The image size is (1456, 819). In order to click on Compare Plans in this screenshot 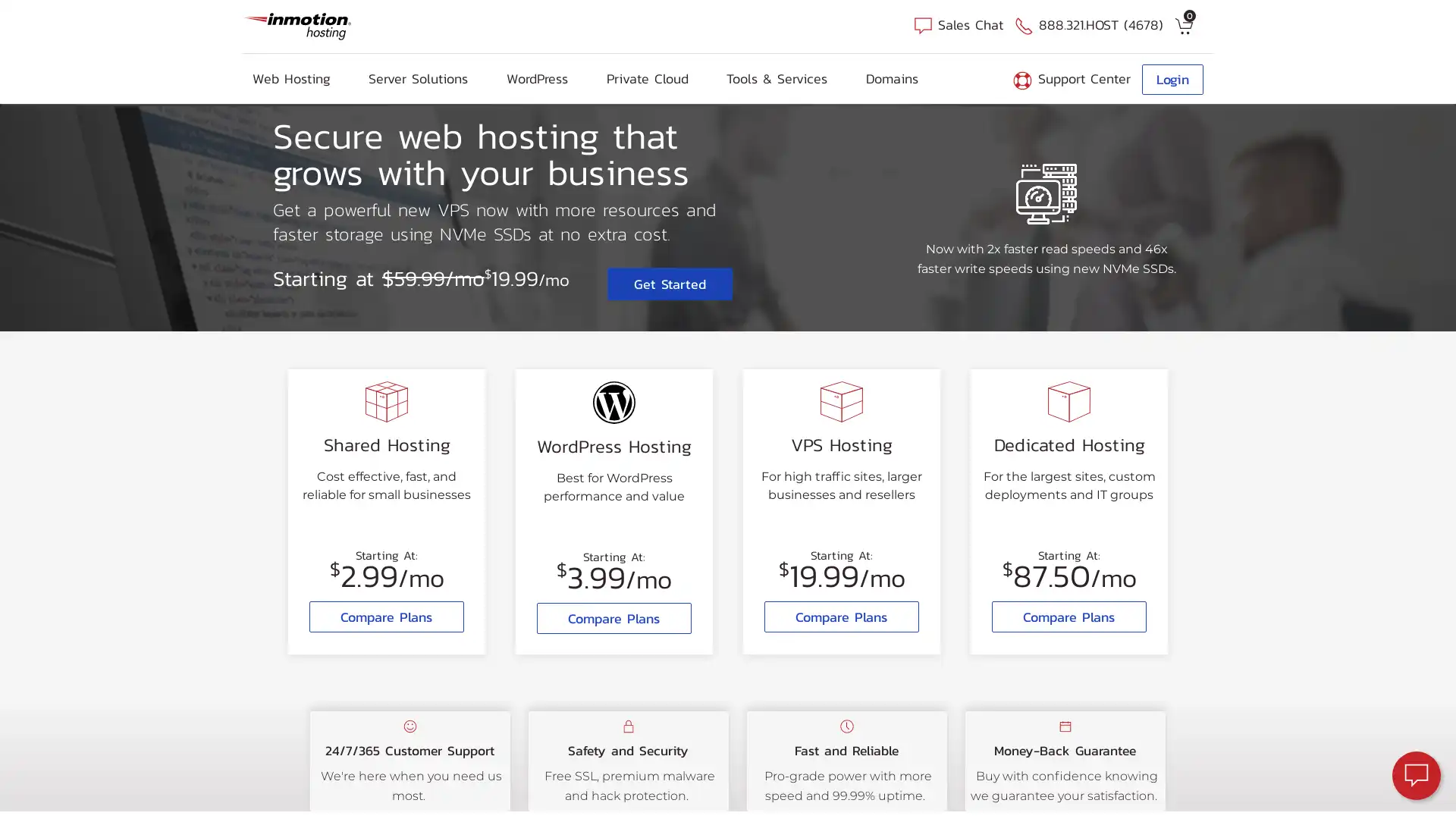, I will do `click(386, 617)`.